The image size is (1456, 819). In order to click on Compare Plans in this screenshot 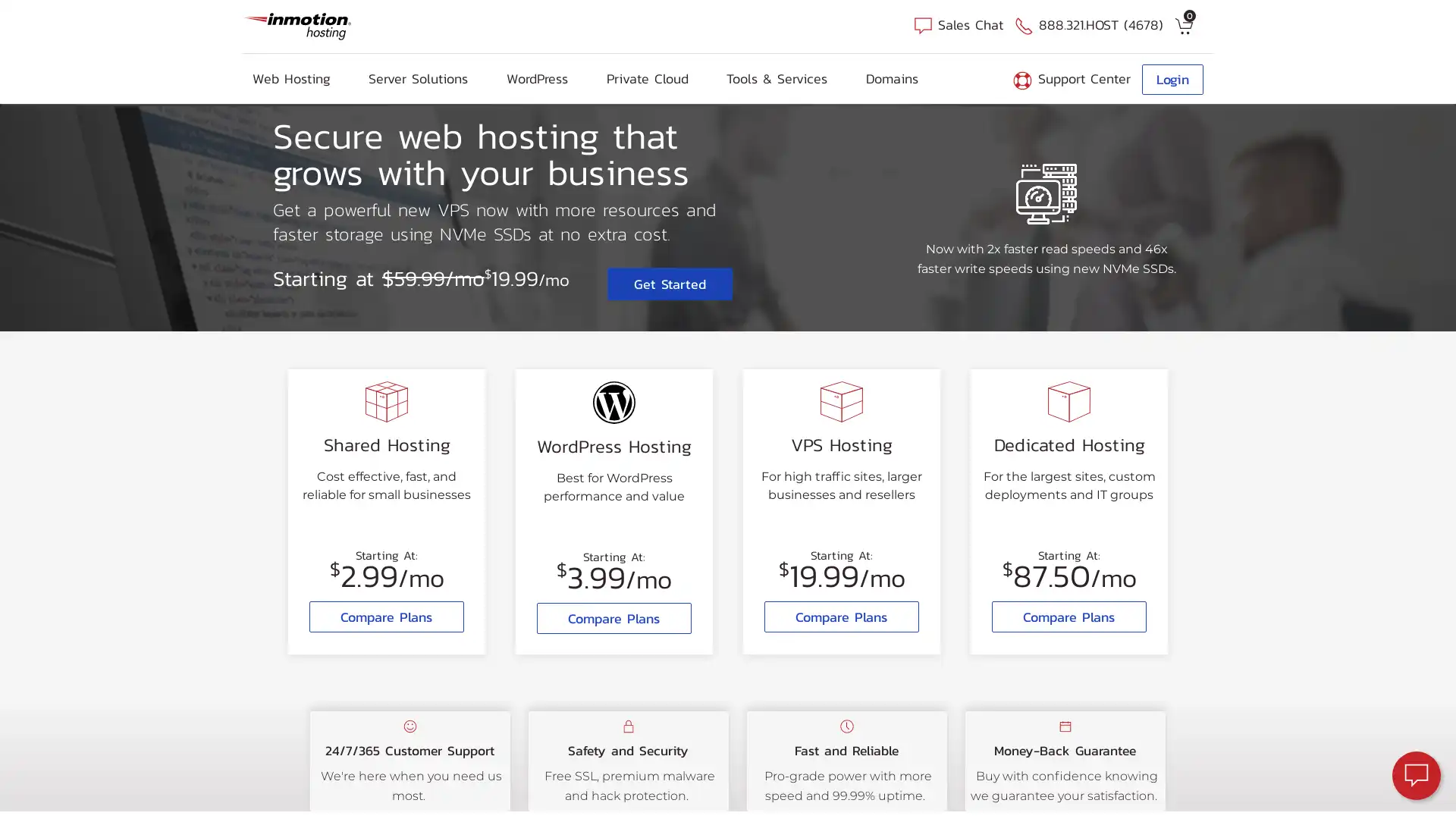, I will do `click(386, 617)`.